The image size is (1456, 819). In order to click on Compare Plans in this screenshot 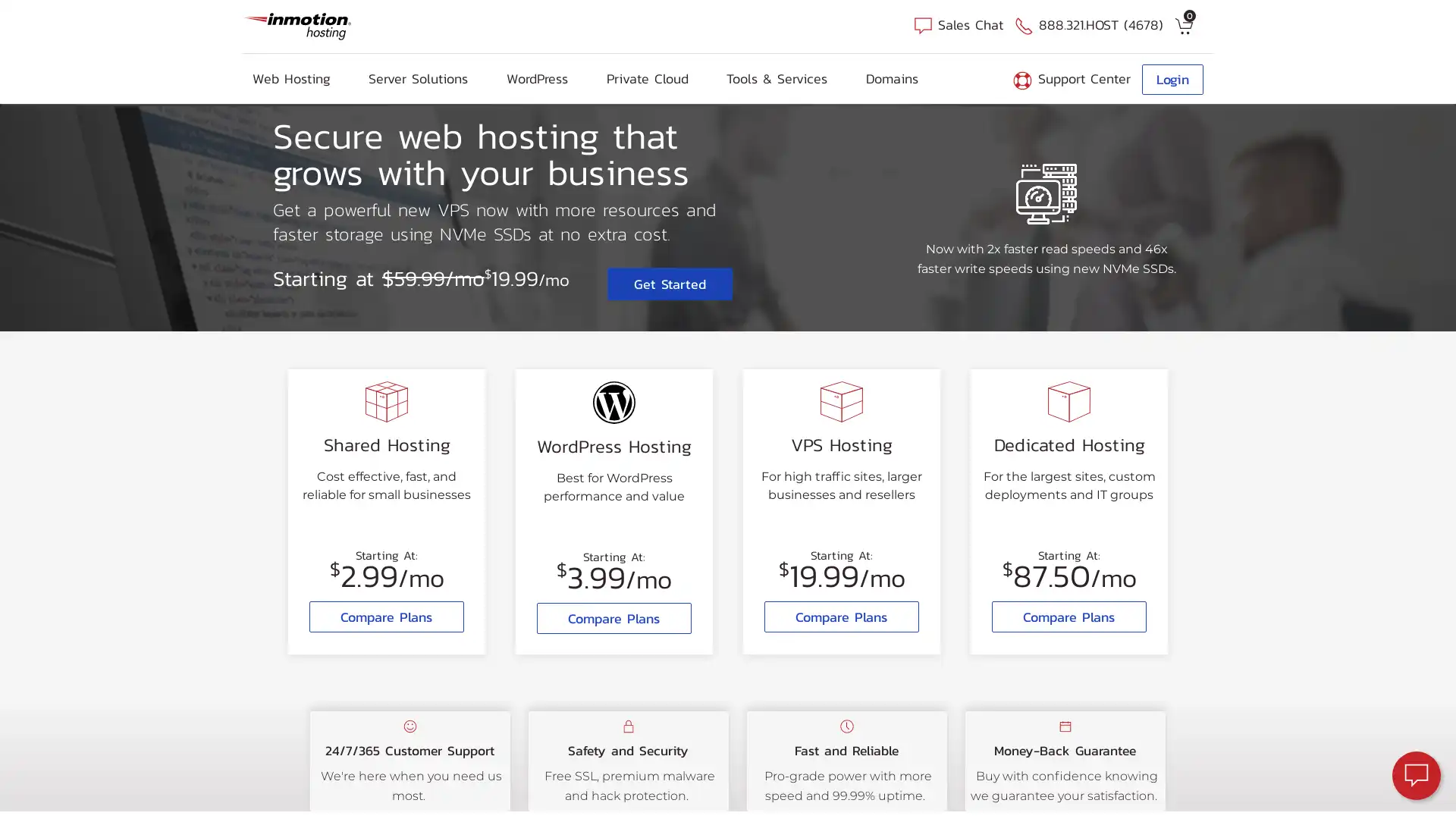, I will do `click(386, 617)`.